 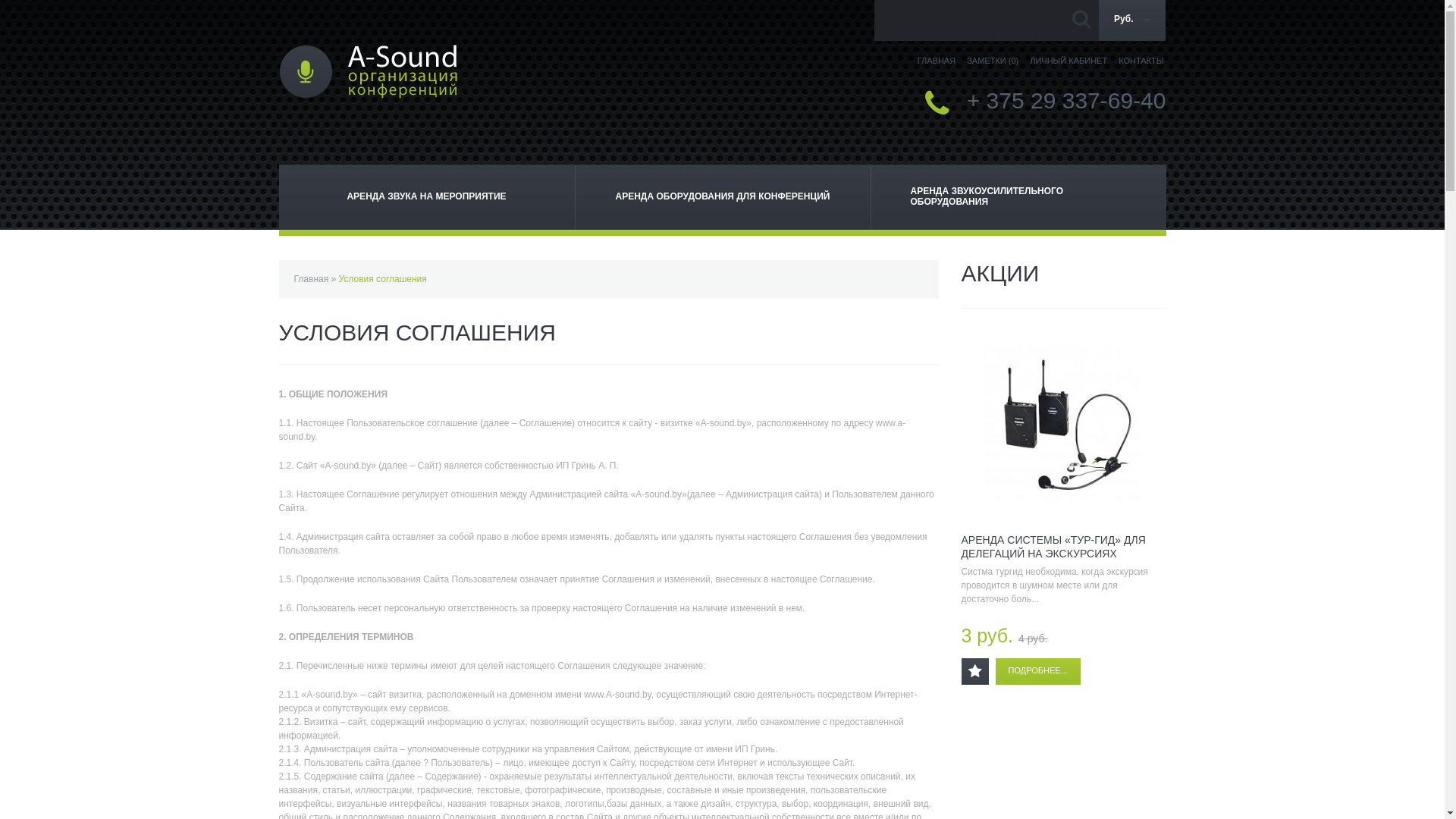 I want to click on 'A-Sound', so click(x=368, y=71).